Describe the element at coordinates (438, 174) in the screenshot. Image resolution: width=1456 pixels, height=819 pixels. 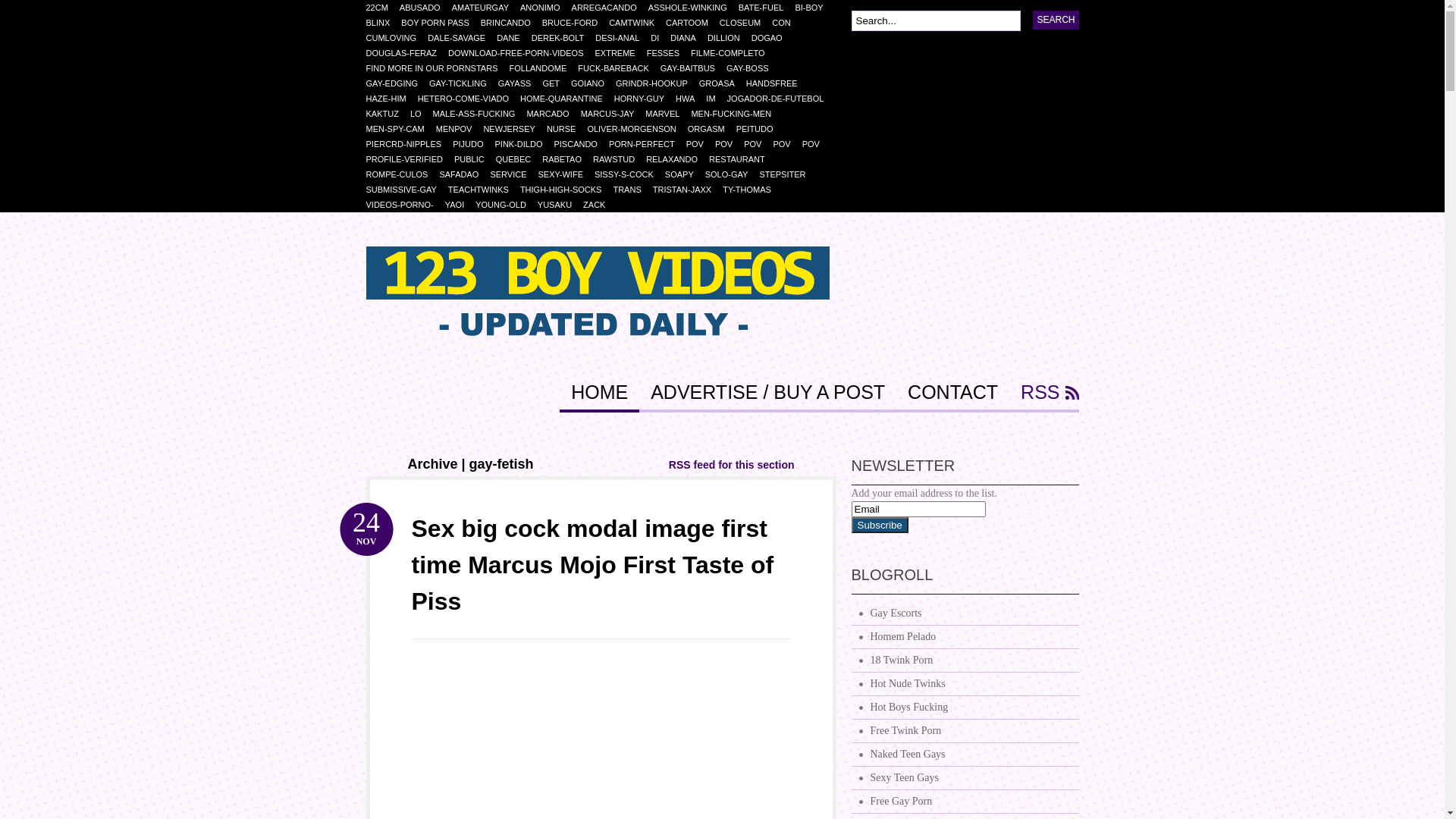
I see `'SAFADAO'` at that location.